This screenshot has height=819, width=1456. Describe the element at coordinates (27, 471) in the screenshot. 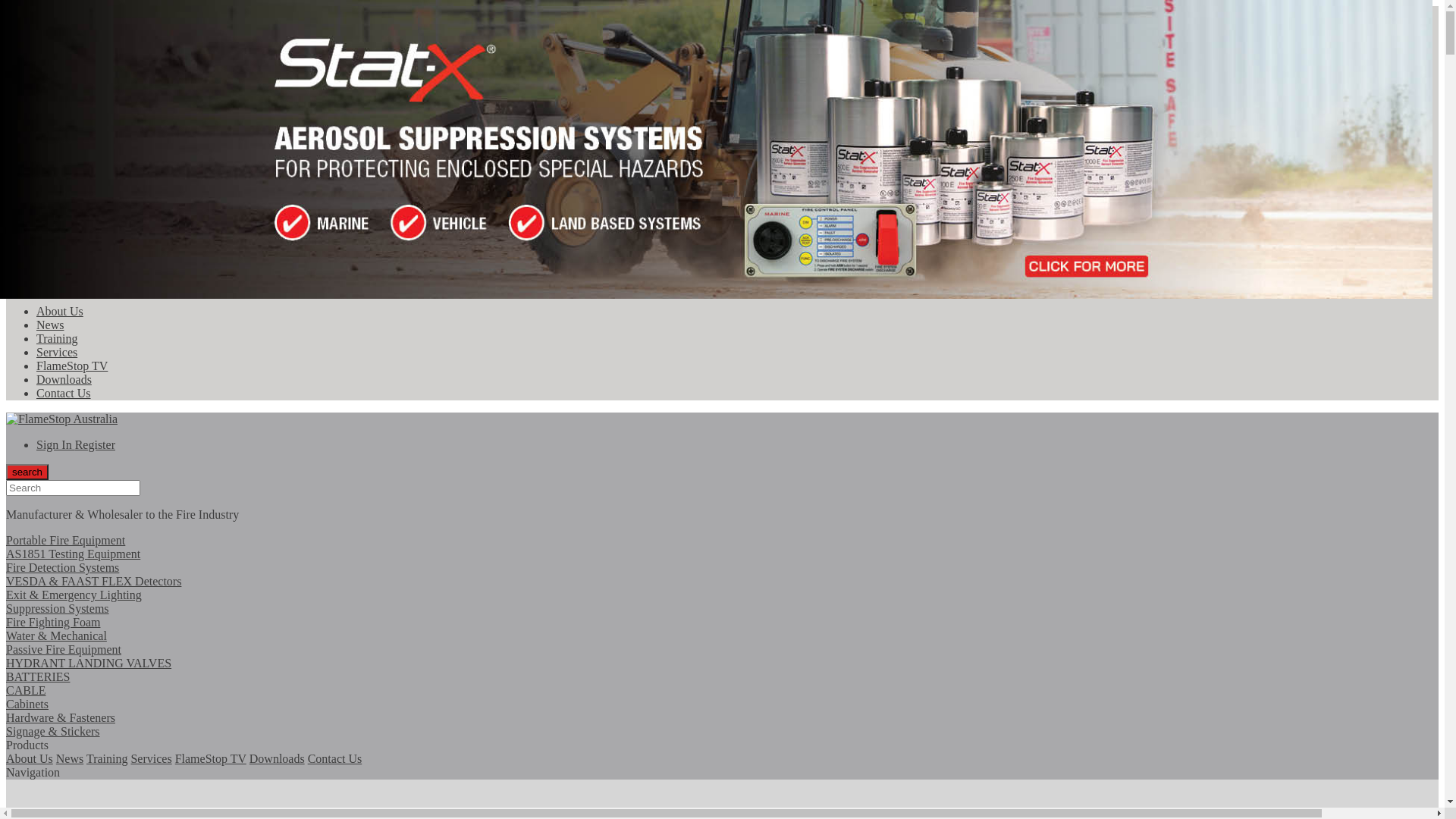

I see `'search'` at that location.